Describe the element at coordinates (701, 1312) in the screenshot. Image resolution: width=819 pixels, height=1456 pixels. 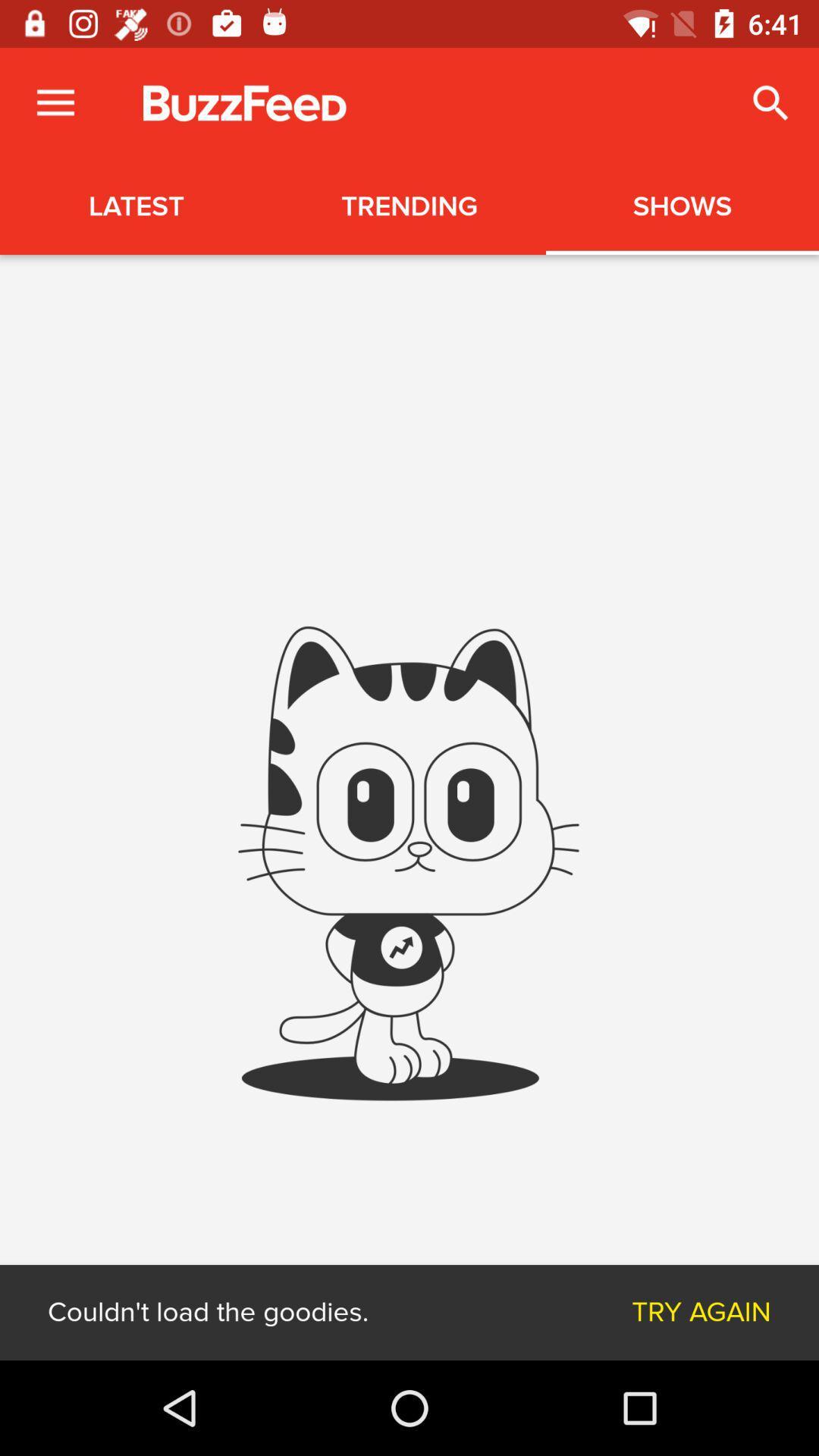
I see `the icon at the bottom right corner` at that location.